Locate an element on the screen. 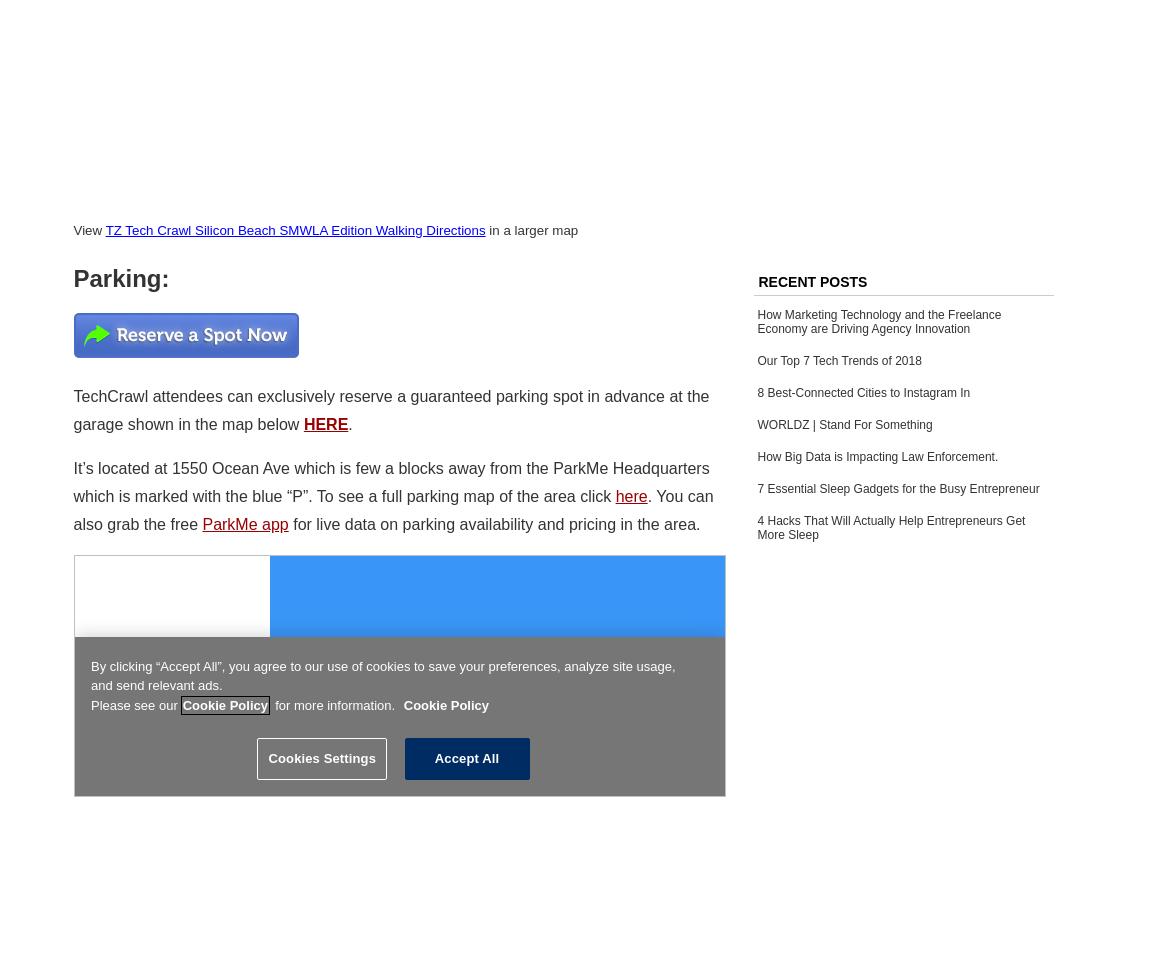 This screenshot has height=955, width=1160. 'TZ Tech Crawl Silicon Beach SMWLA Edition Walking Directions' is located at coordinates (293, 229).